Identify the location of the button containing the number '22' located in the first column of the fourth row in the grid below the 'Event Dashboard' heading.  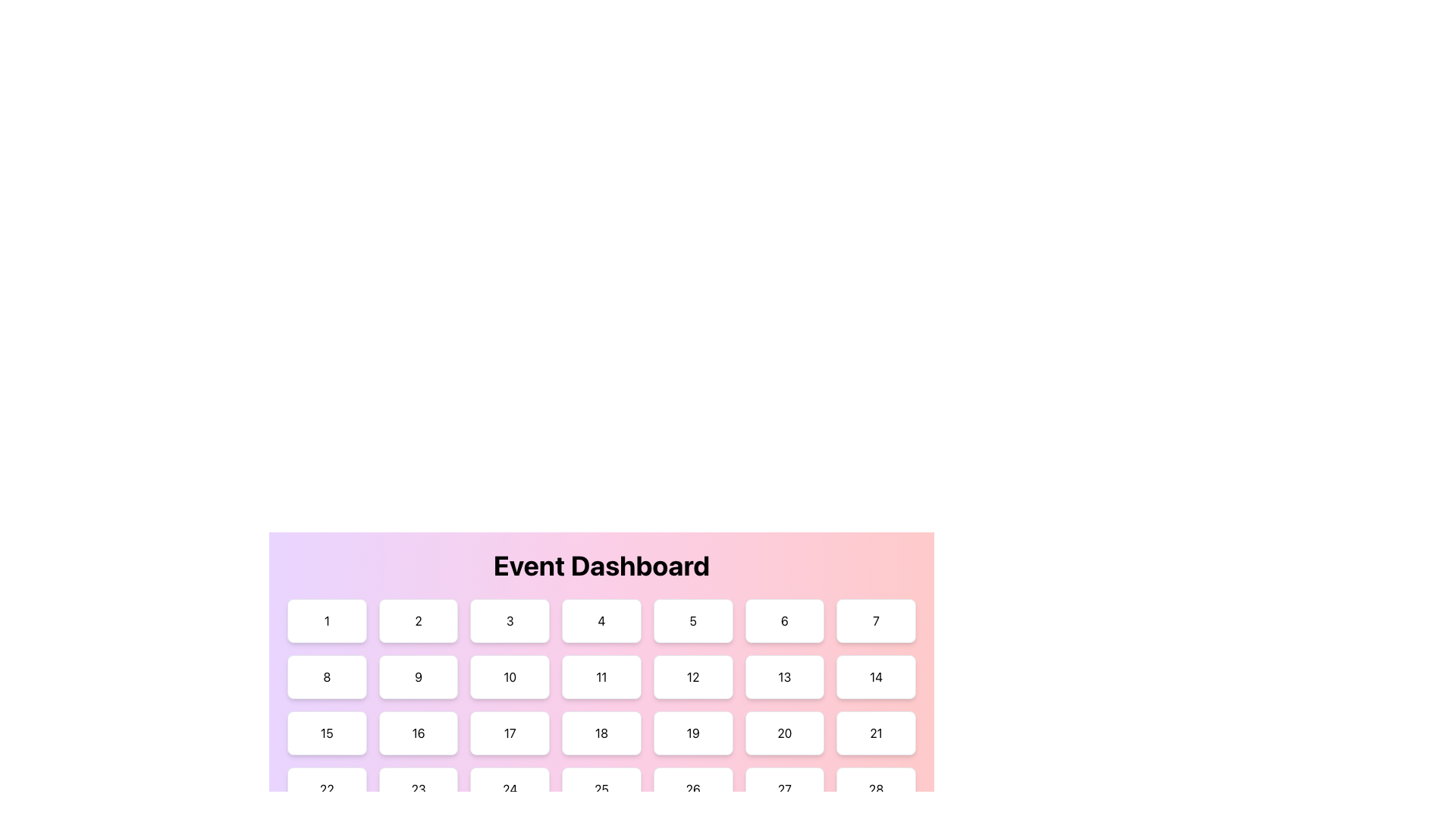
(326, 789).